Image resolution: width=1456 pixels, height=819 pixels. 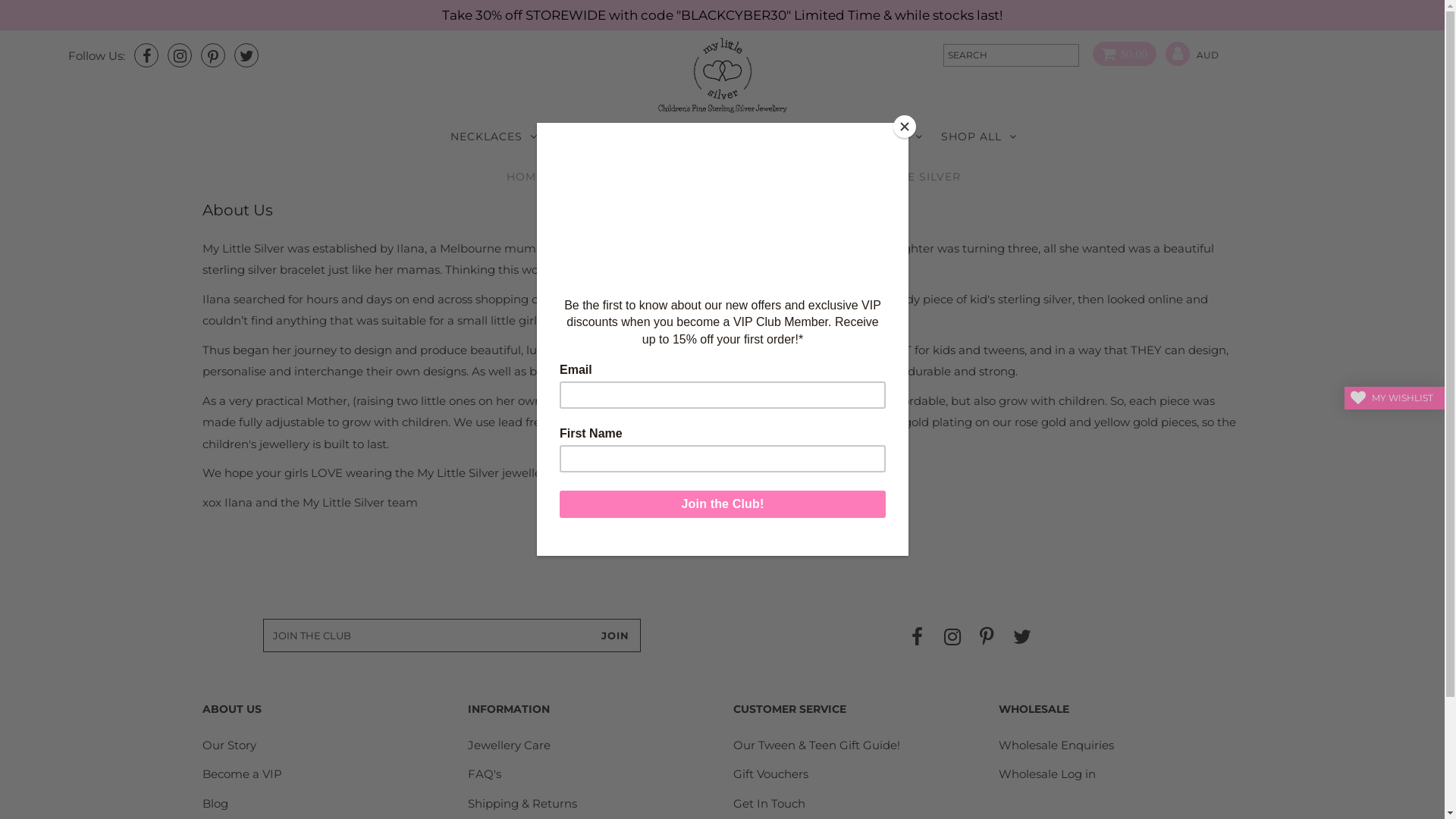 What do you see at coordinates (979, 136) in the screenshot?
I see `'SHOP ALL'` at bounding box center [979, 136].